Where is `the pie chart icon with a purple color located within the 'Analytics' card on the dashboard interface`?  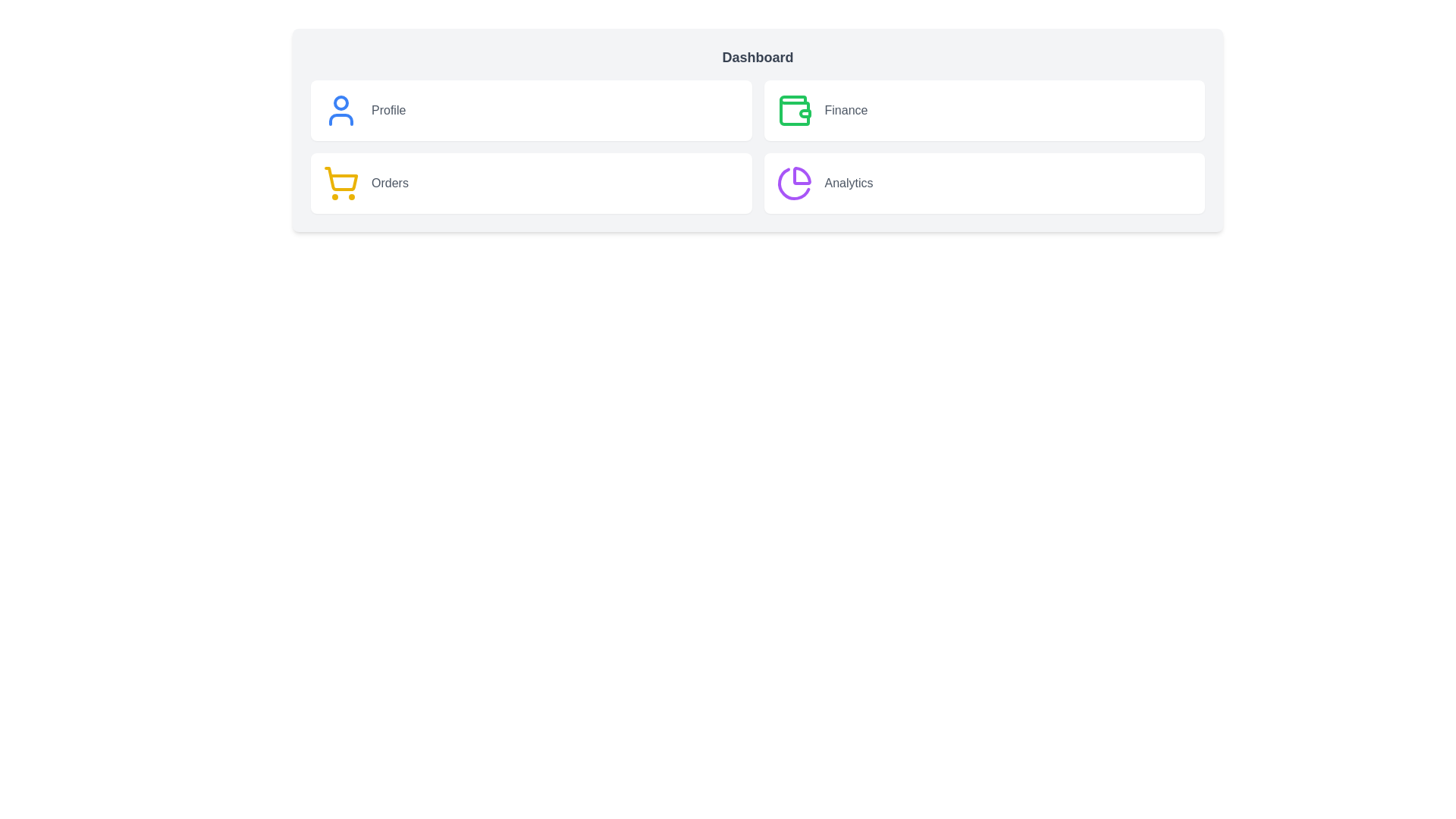
the pie chart icon with a purple color located within the 'Analytics' card on the dashboard interface is located at coordinates (793, 183).